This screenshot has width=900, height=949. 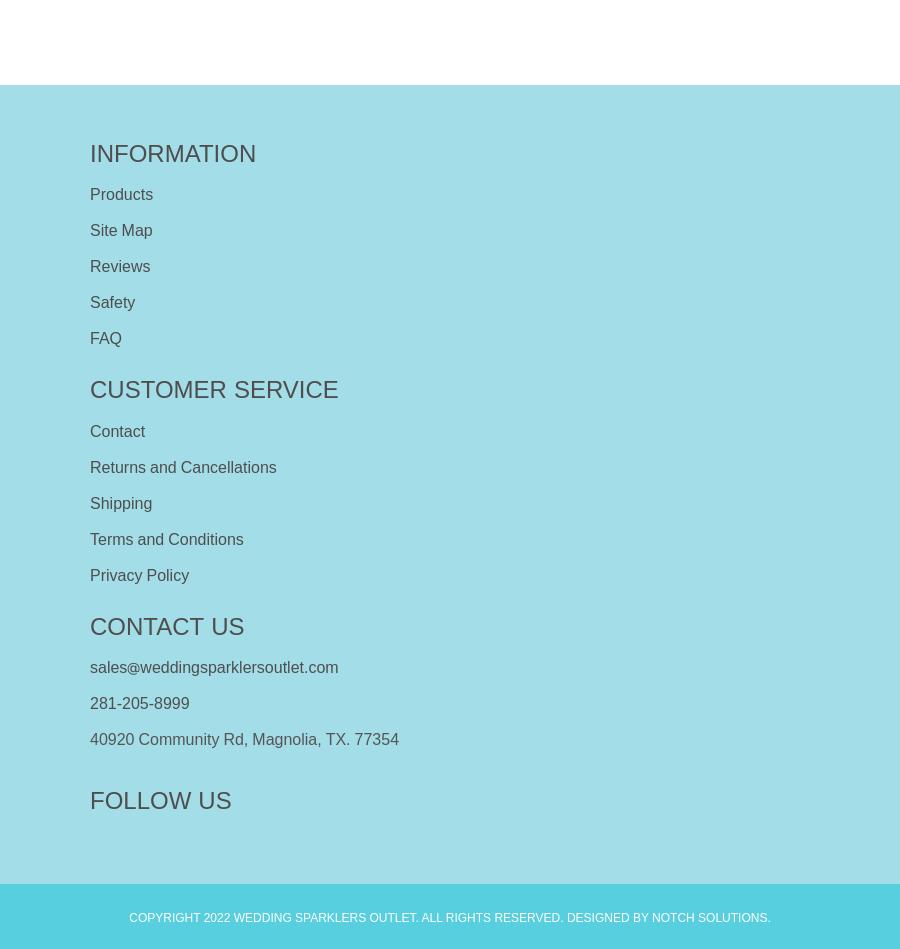 I want to click on 'Safety', so click(x=89, y=300).